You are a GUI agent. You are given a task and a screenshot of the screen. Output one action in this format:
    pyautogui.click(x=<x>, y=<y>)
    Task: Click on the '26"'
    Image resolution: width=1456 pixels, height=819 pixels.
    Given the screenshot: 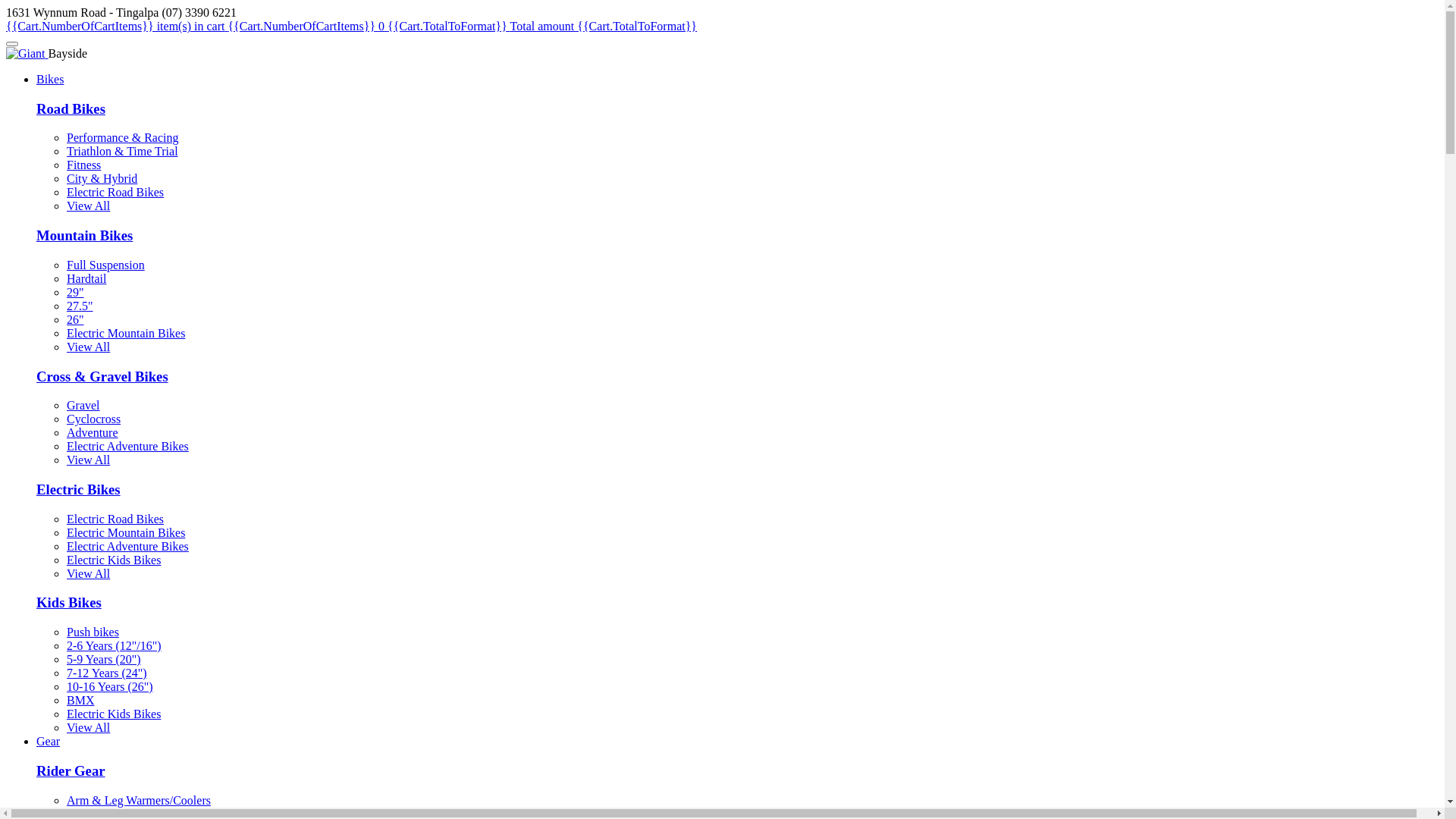 What is the action you would take?
    pyautogui.click(x=74, y=318)
    